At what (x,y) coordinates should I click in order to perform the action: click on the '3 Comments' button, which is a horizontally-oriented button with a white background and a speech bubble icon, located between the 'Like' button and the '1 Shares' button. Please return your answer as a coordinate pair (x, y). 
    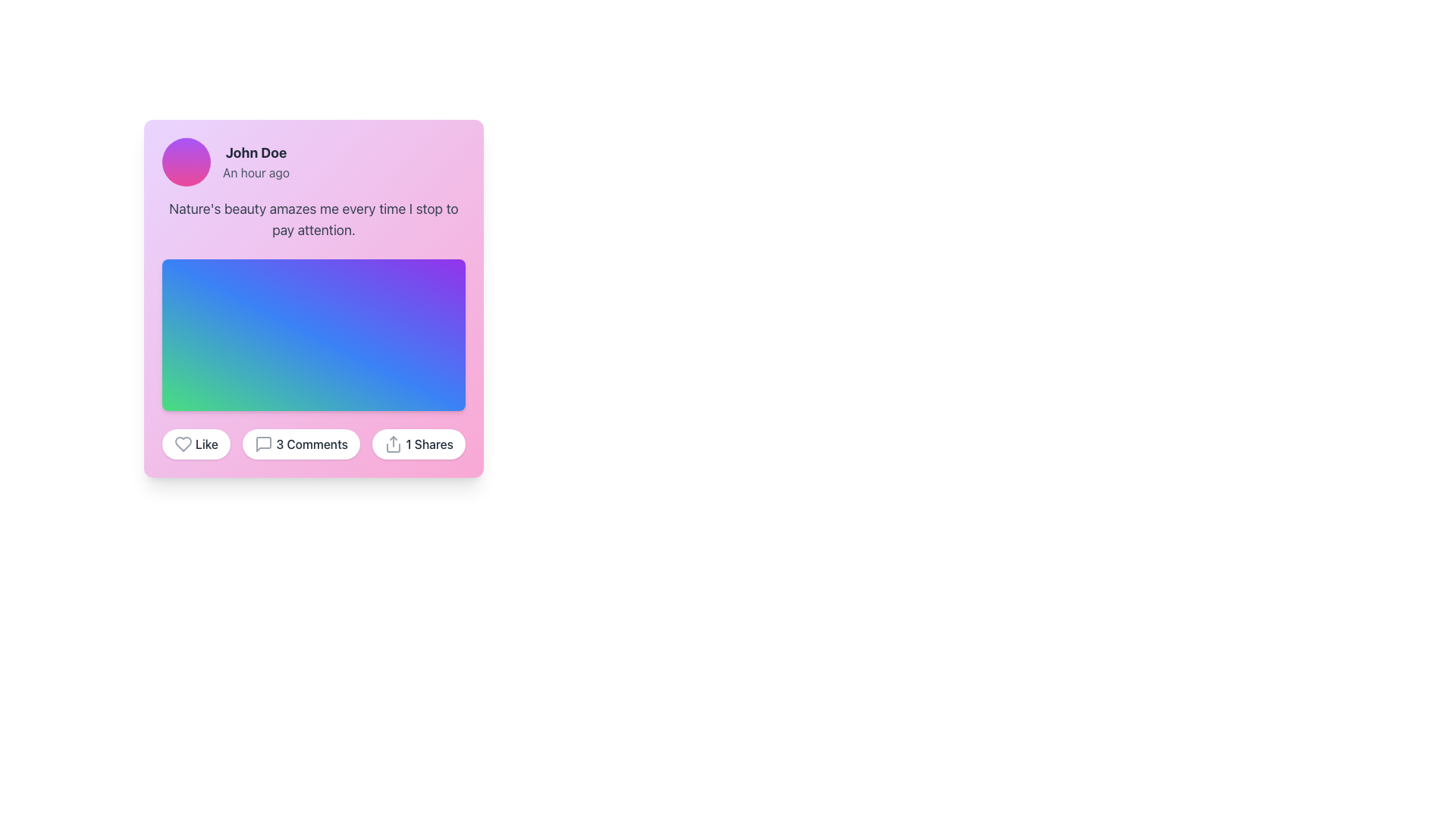
    Looking at the image, I should click on (301, 444).